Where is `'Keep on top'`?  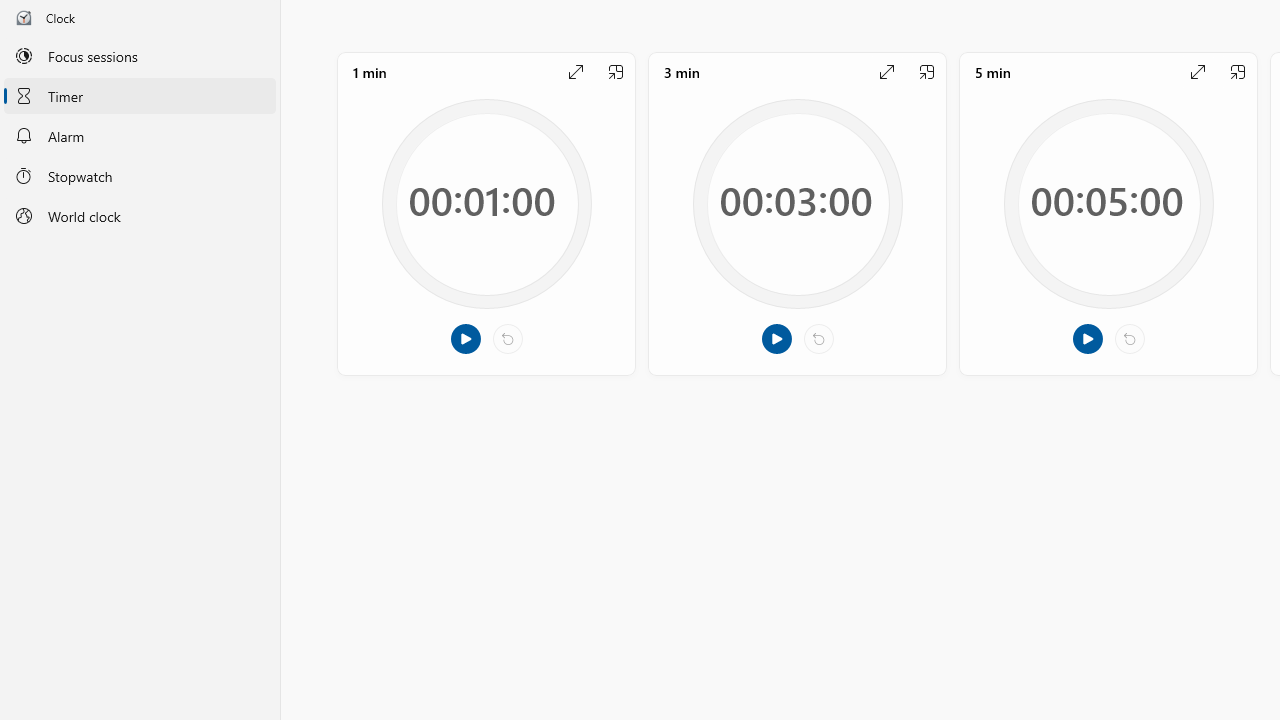
'Keep on top' is located at coordinates (1237, 71).